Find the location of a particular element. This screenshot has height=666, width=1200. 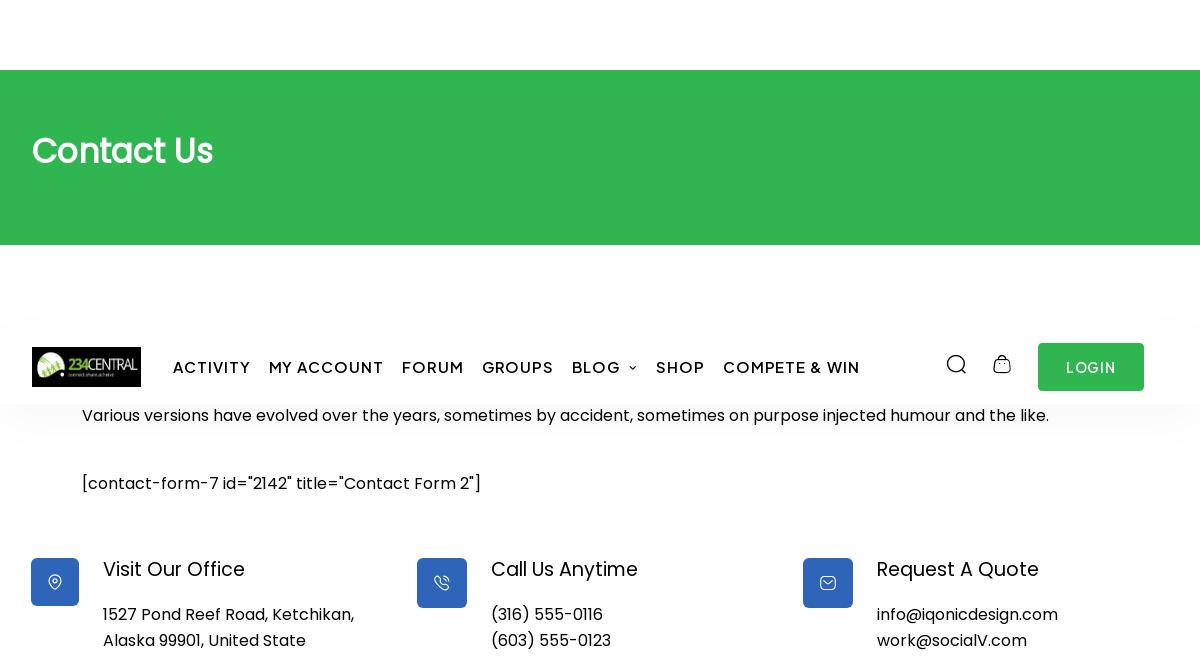

'1527 Pond Reef Road, Ketchikan, Alaska 99901, United State' is located at coordinates (226, 295).